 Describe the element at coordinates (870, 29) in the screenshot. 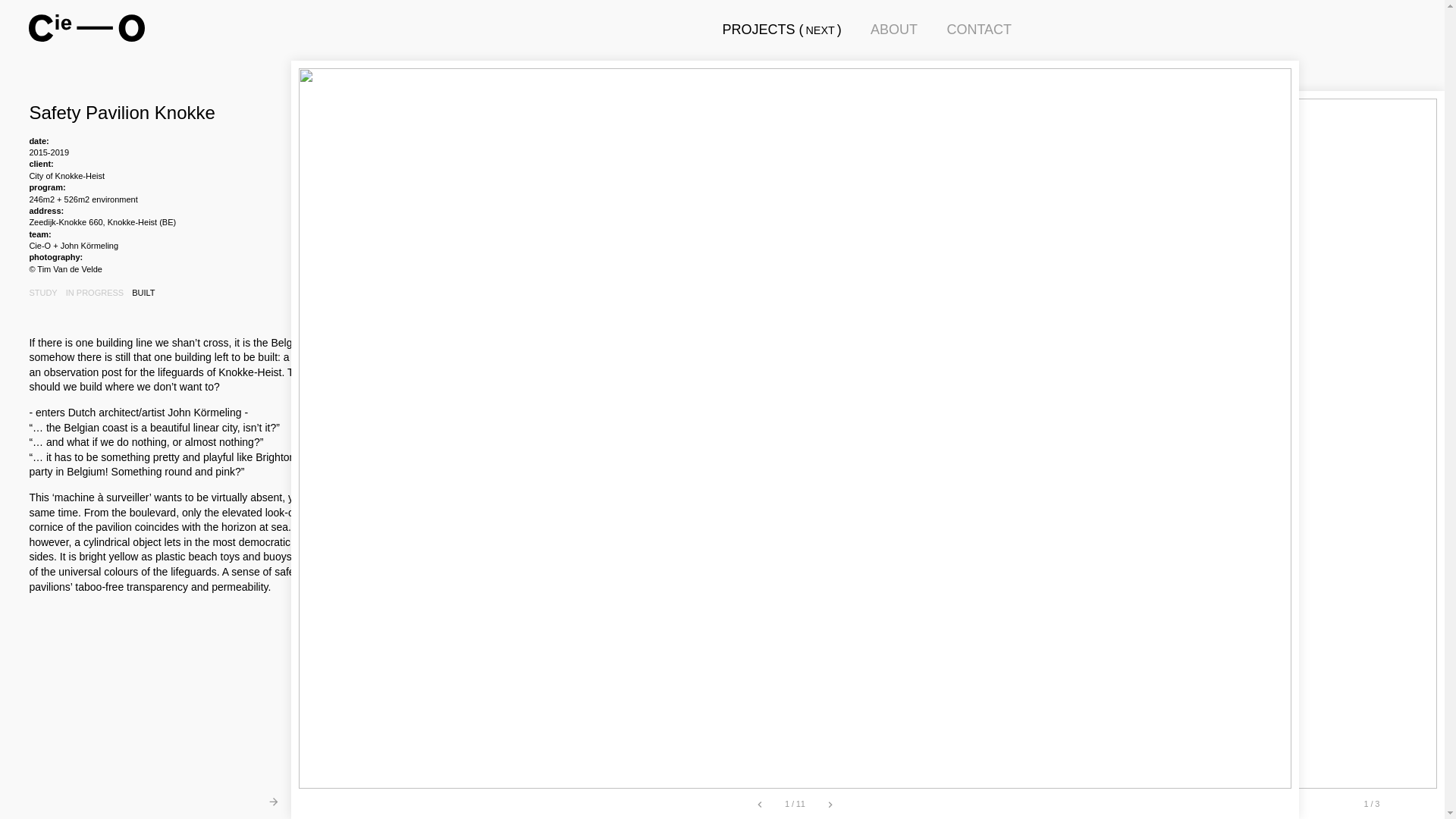

I see `'ABOUT'` at that location.